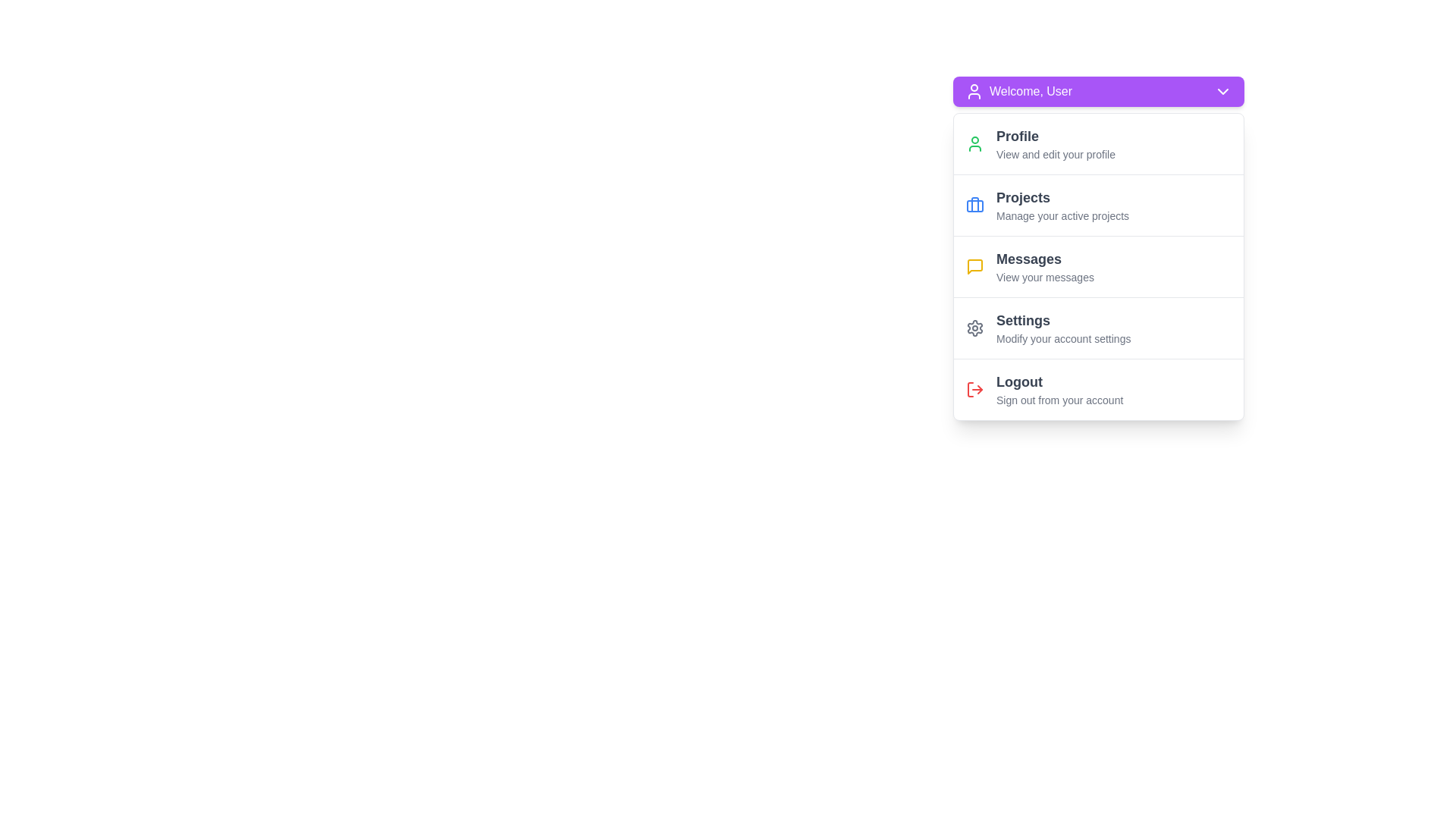 The height and width of the screenshot is (819, 1456). I want to click on the small yellow speech bubble icon located next to the text 'Messages' in the third row of the vertical menu, so click(975, 265).